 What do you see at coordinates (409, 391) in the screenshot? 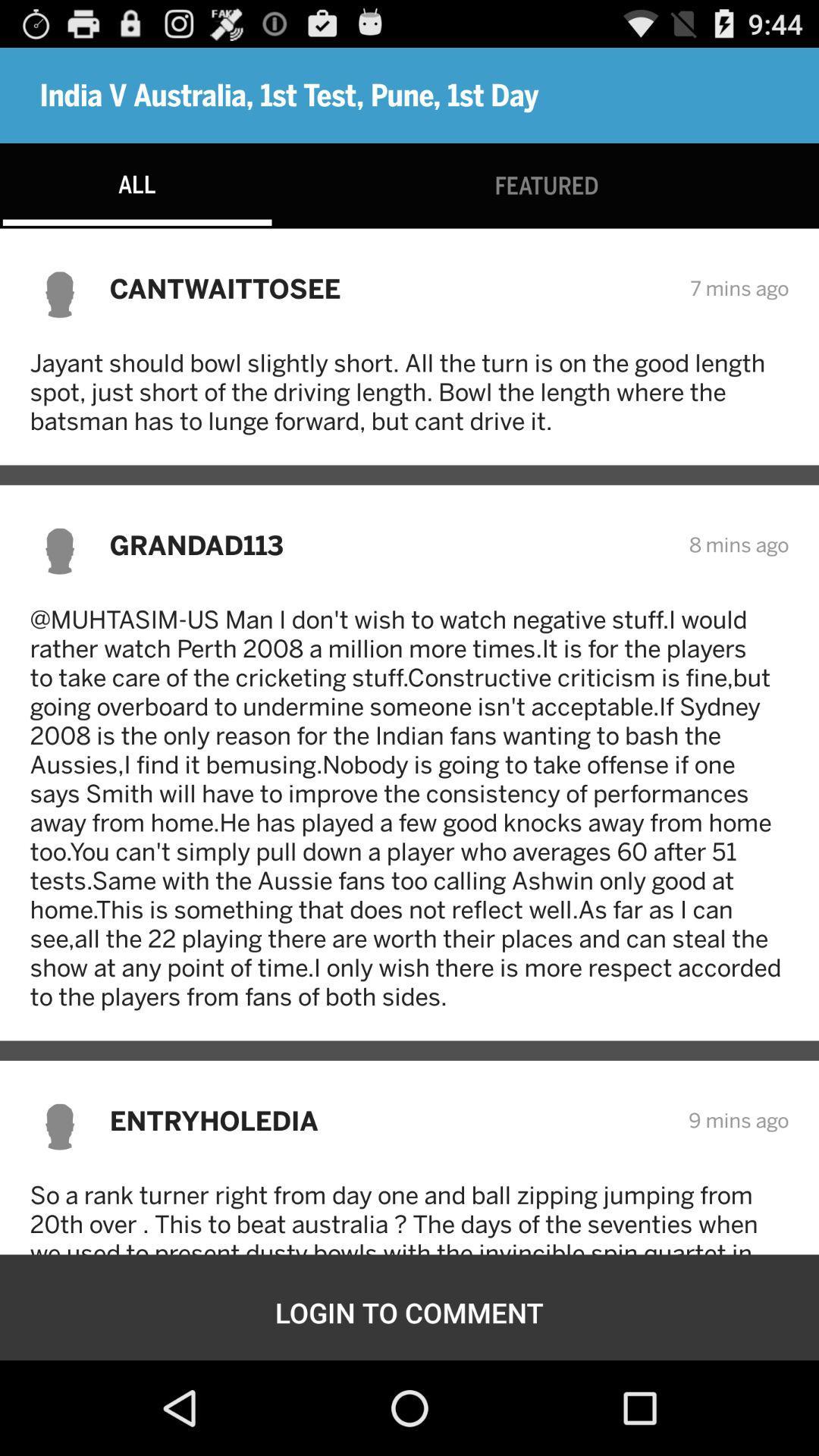
I see `the jayant should bowl item` at bounding box center [409, 391].